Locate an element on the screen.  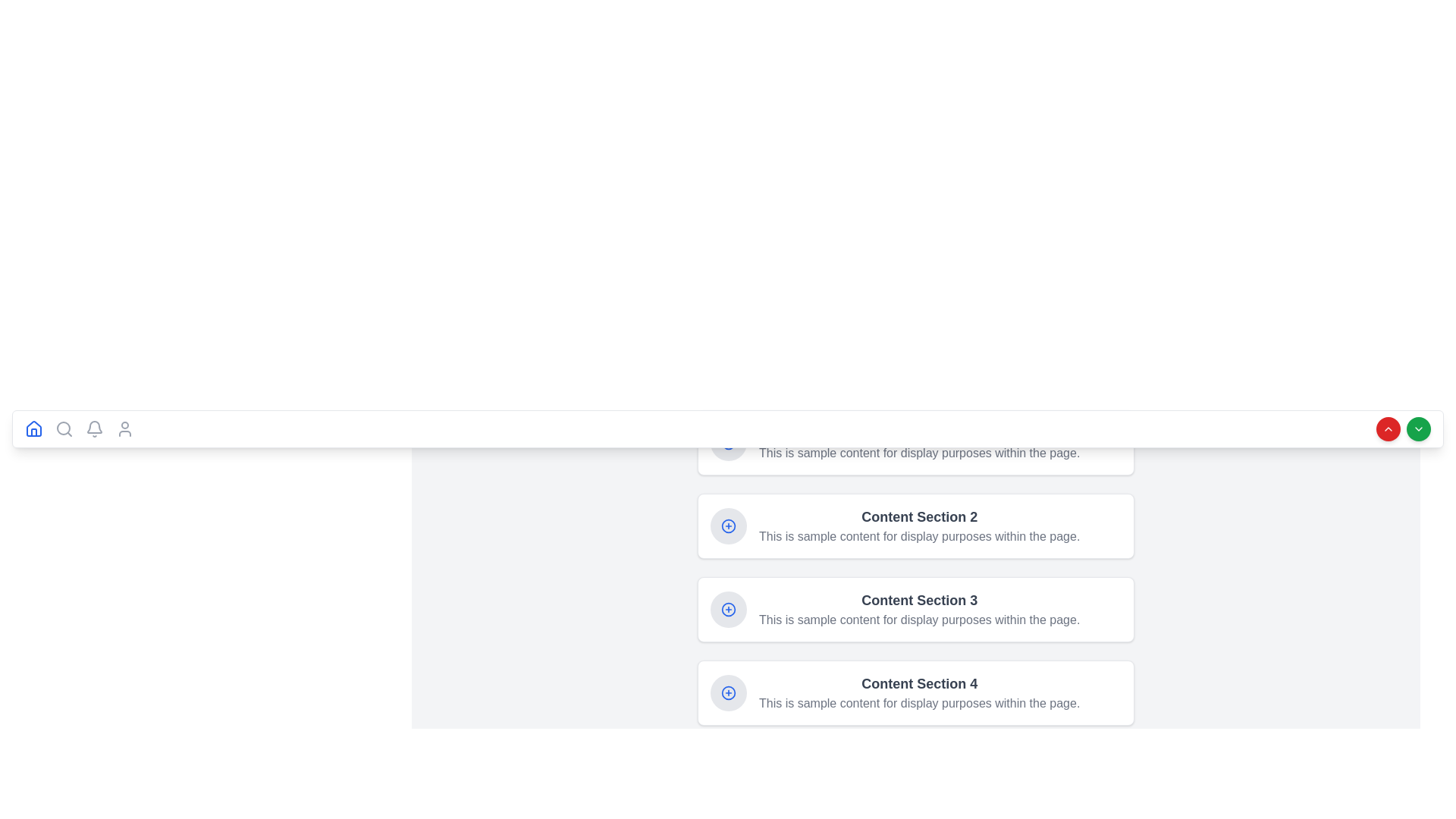
the house icon on the far-left side of the horizontal navigation bar to change its appearance is located at coordinates (33, 429).